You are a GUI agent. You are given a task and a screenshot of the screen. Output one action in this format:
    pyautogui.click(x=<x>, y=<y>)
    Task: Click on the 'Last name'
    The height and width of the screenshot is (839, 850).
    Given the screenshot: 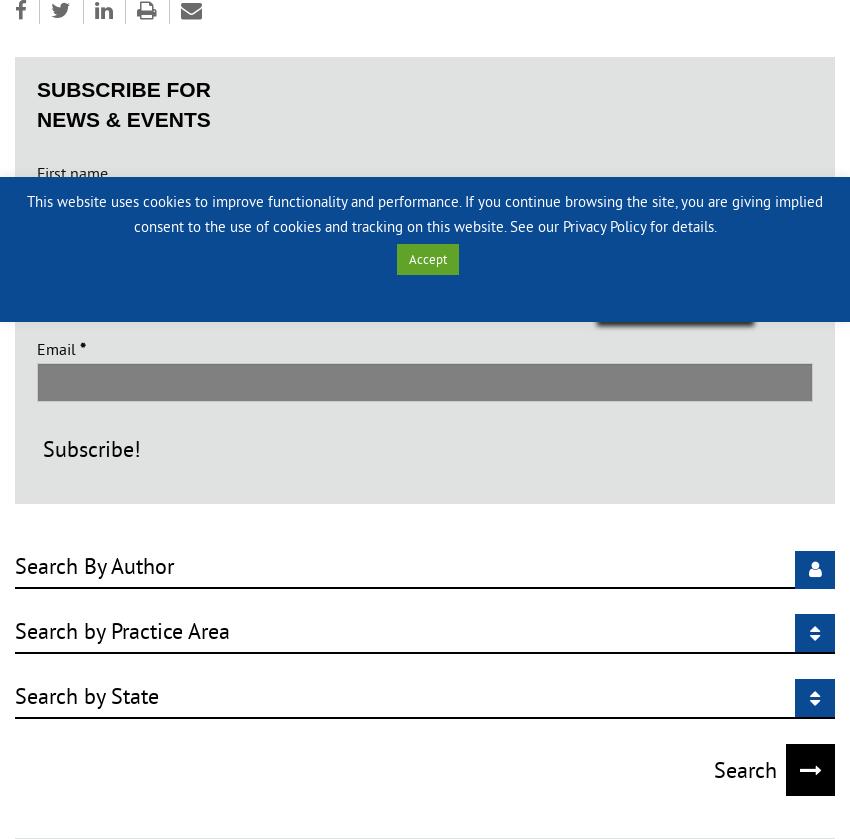 What is the action you would take?
    pyautogui.click(x=71, y=260)
    